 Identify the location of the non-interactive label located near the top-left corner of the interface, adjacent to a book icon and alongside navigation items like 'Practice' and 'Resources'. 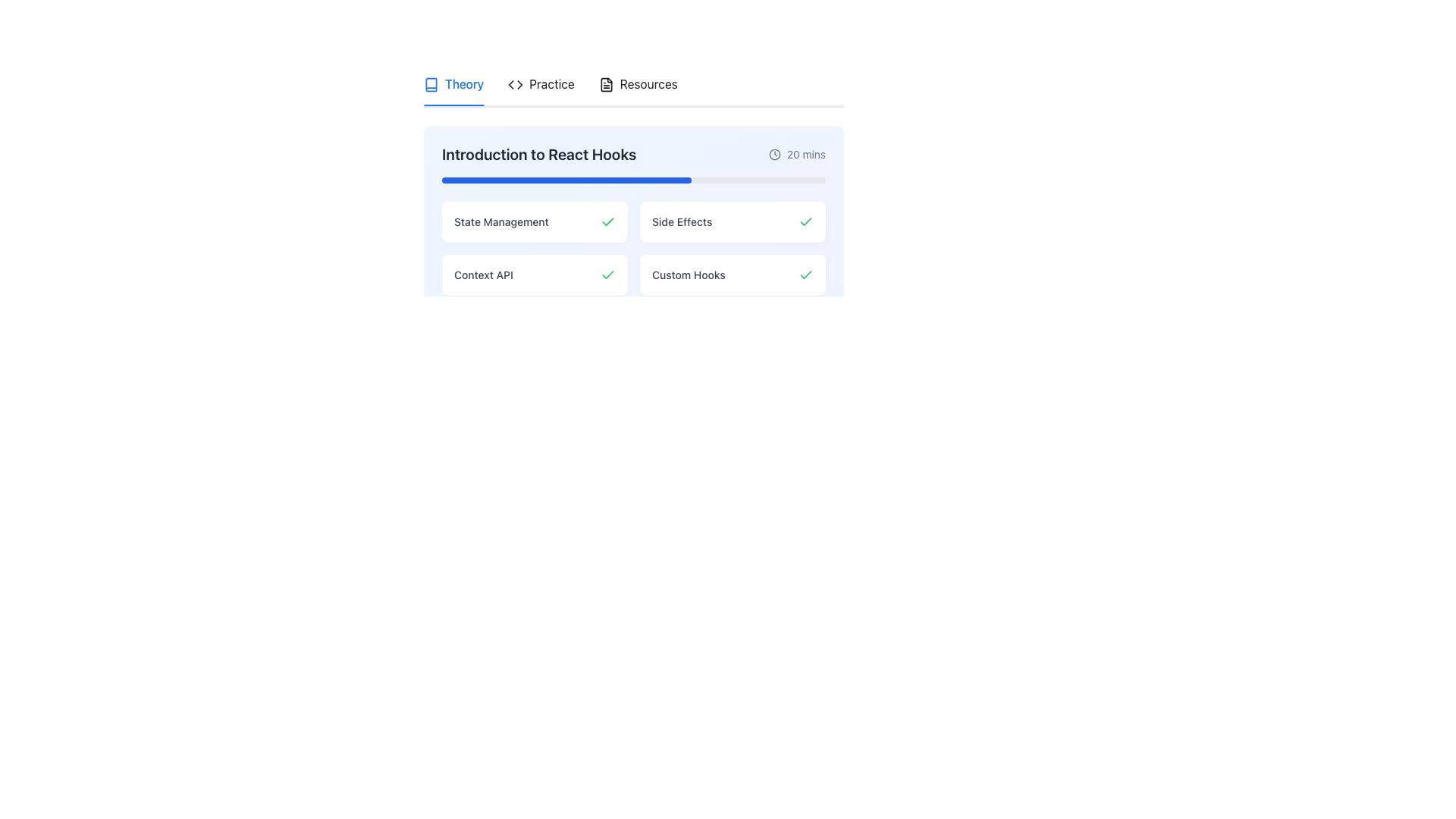
(463, 84).